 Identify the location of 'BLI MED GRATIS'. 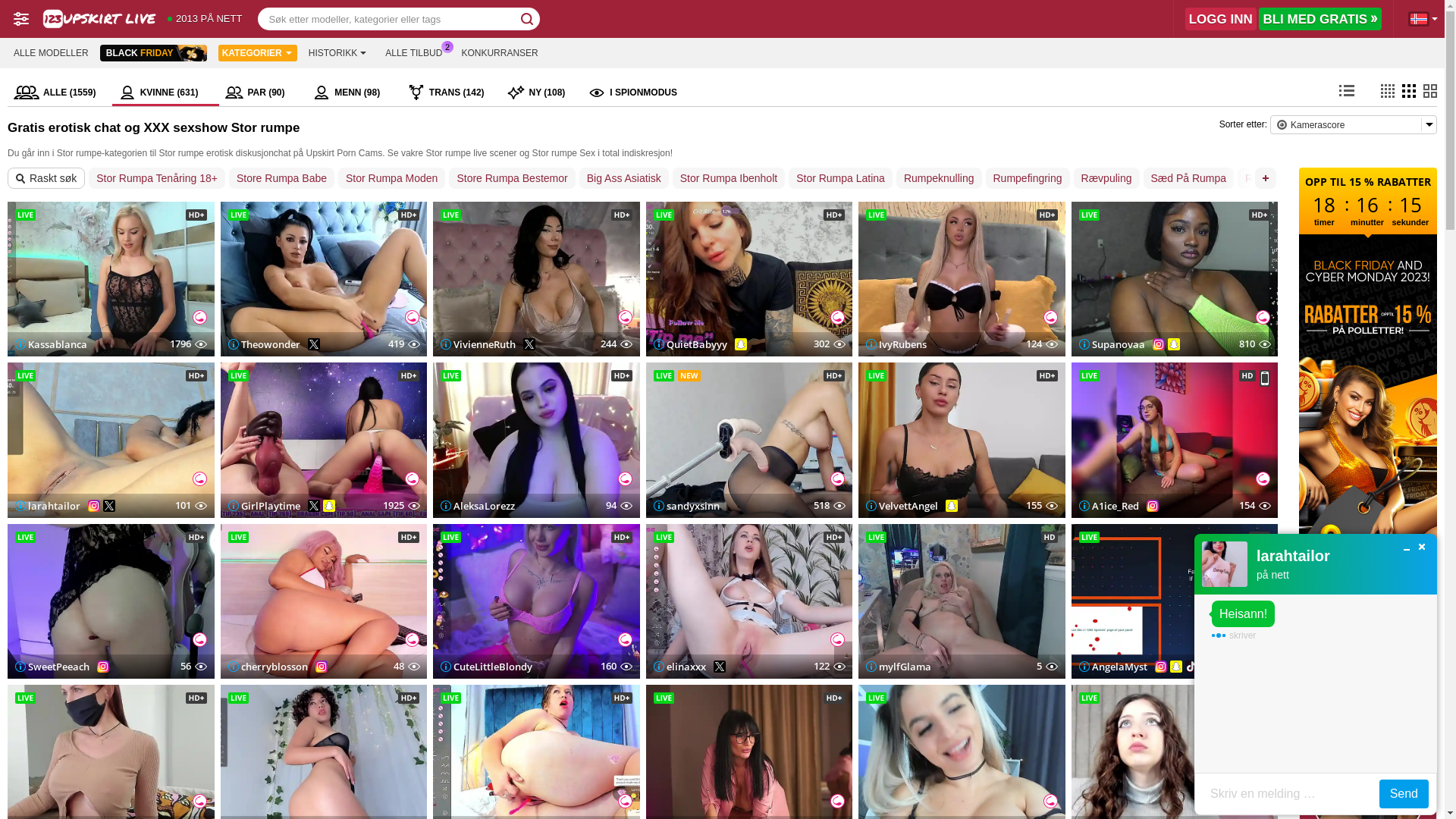
(1319, 18).